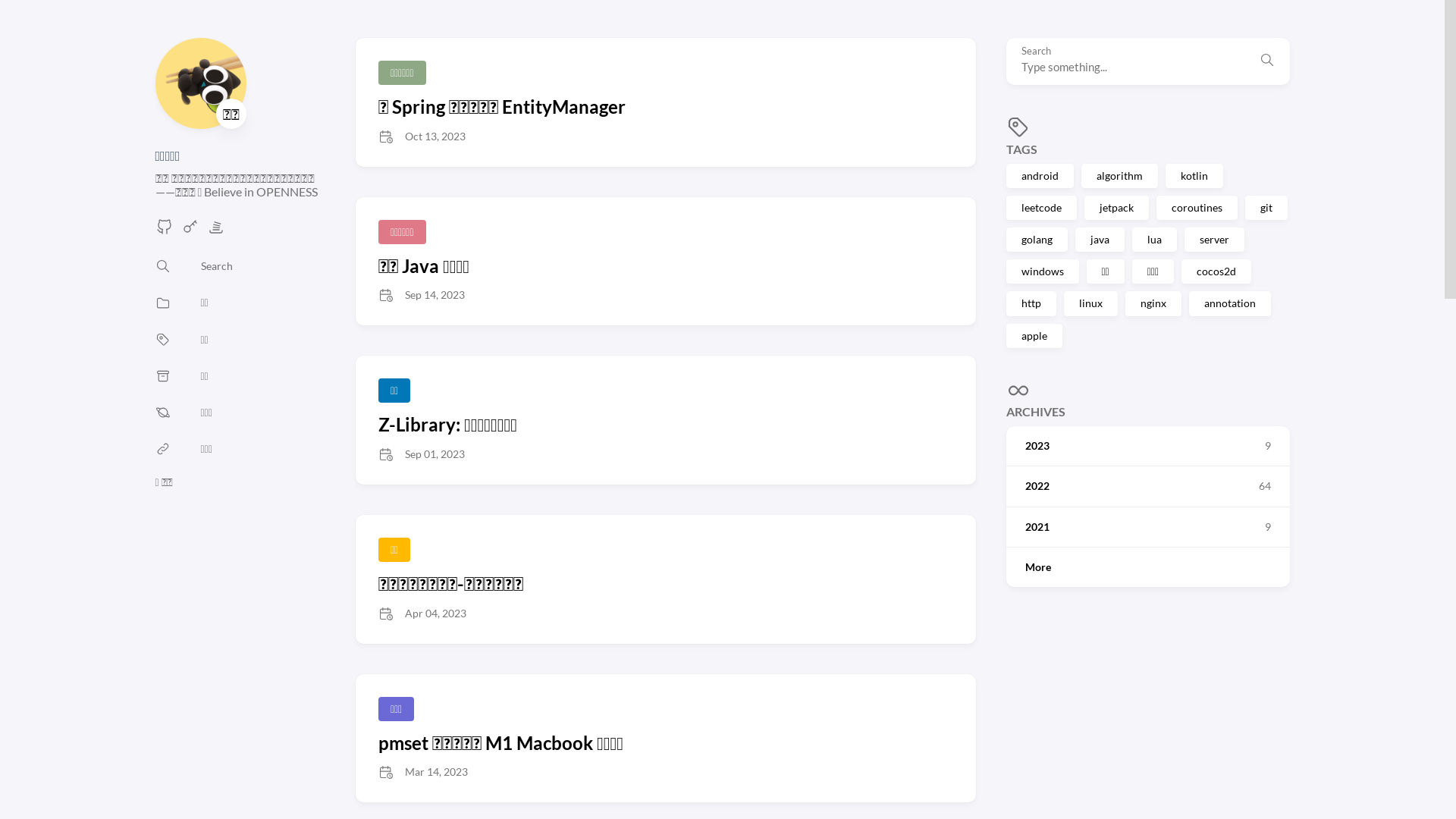 This screenshot has width=1456, height=819. I want to click on 'annotation', so click(1230, 303).